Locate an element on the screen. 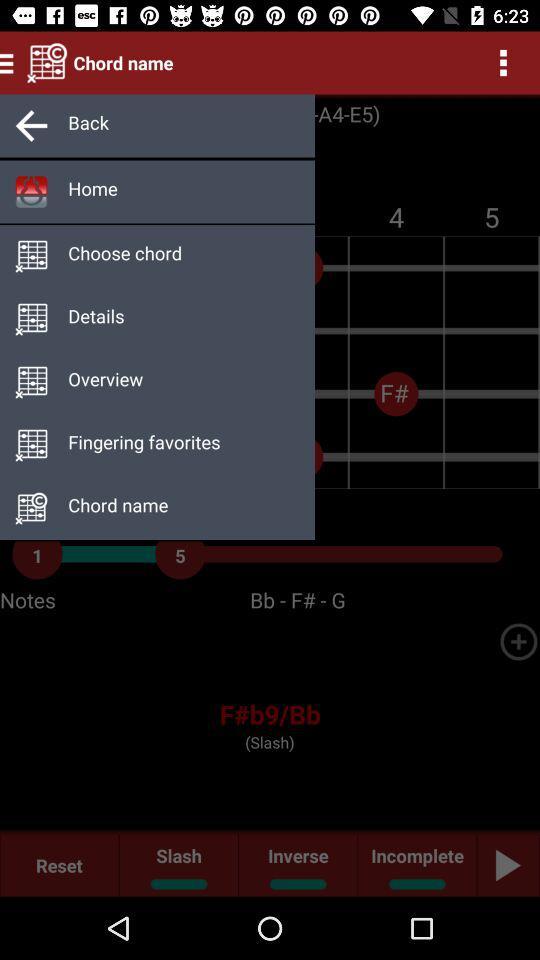 The width and height of the screenshot is (540, 960). the add icon is located at coordinates (518, 640).